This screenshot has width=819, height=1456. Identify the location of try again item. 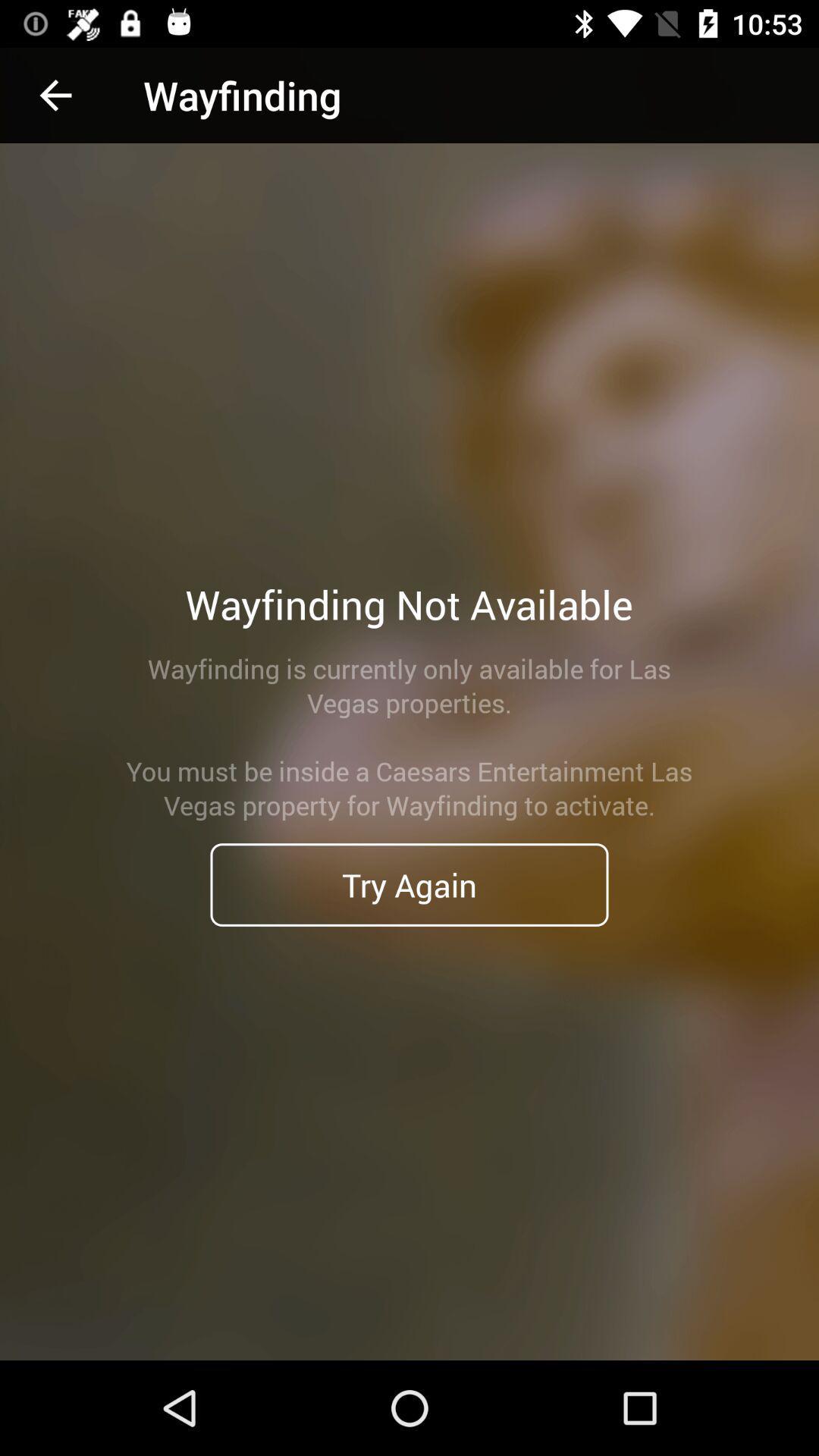
(409, 884).